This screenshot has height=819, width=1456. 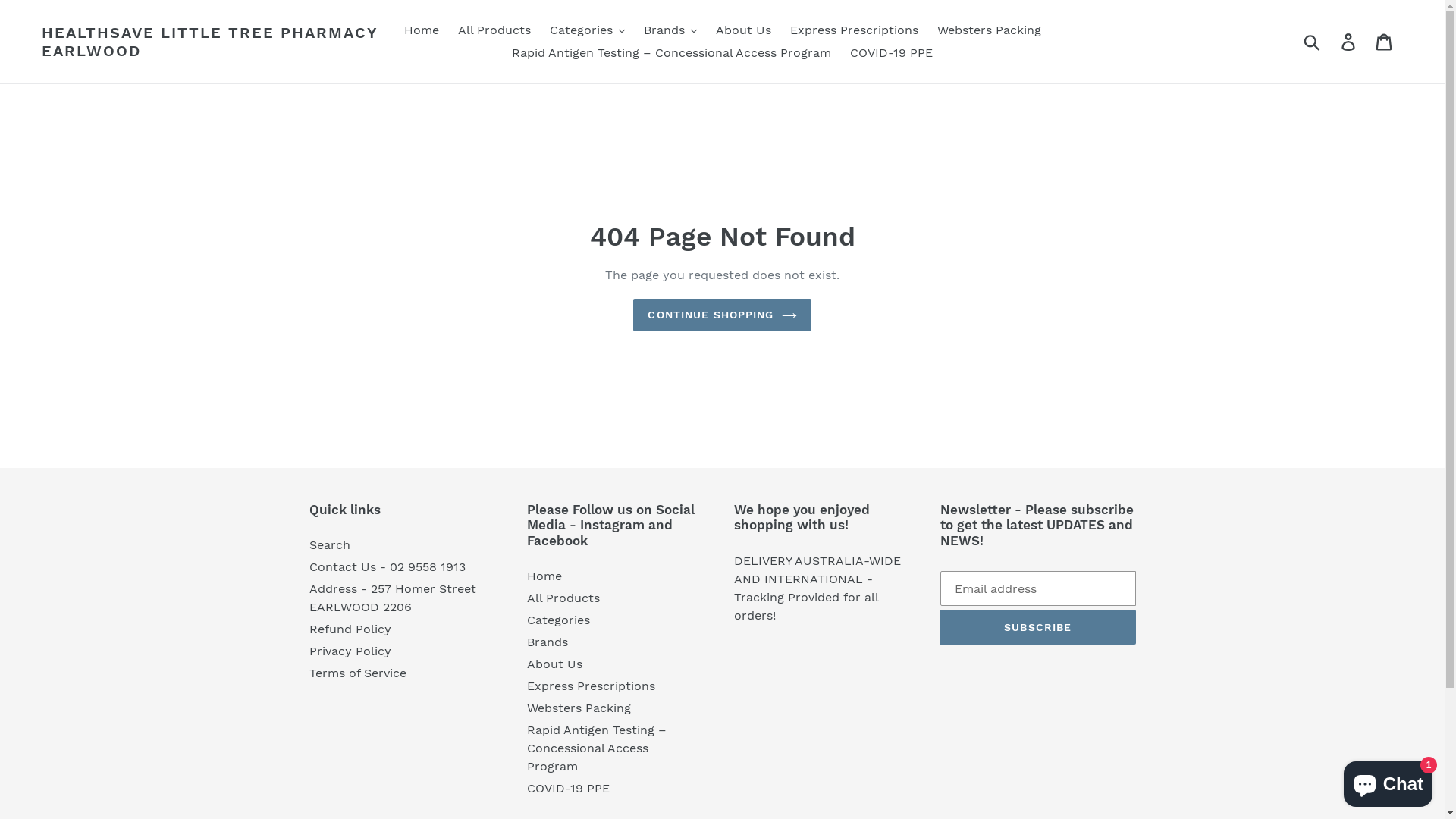 I want to click on 'SUBSCRIBE', so click(x=939, y=626).